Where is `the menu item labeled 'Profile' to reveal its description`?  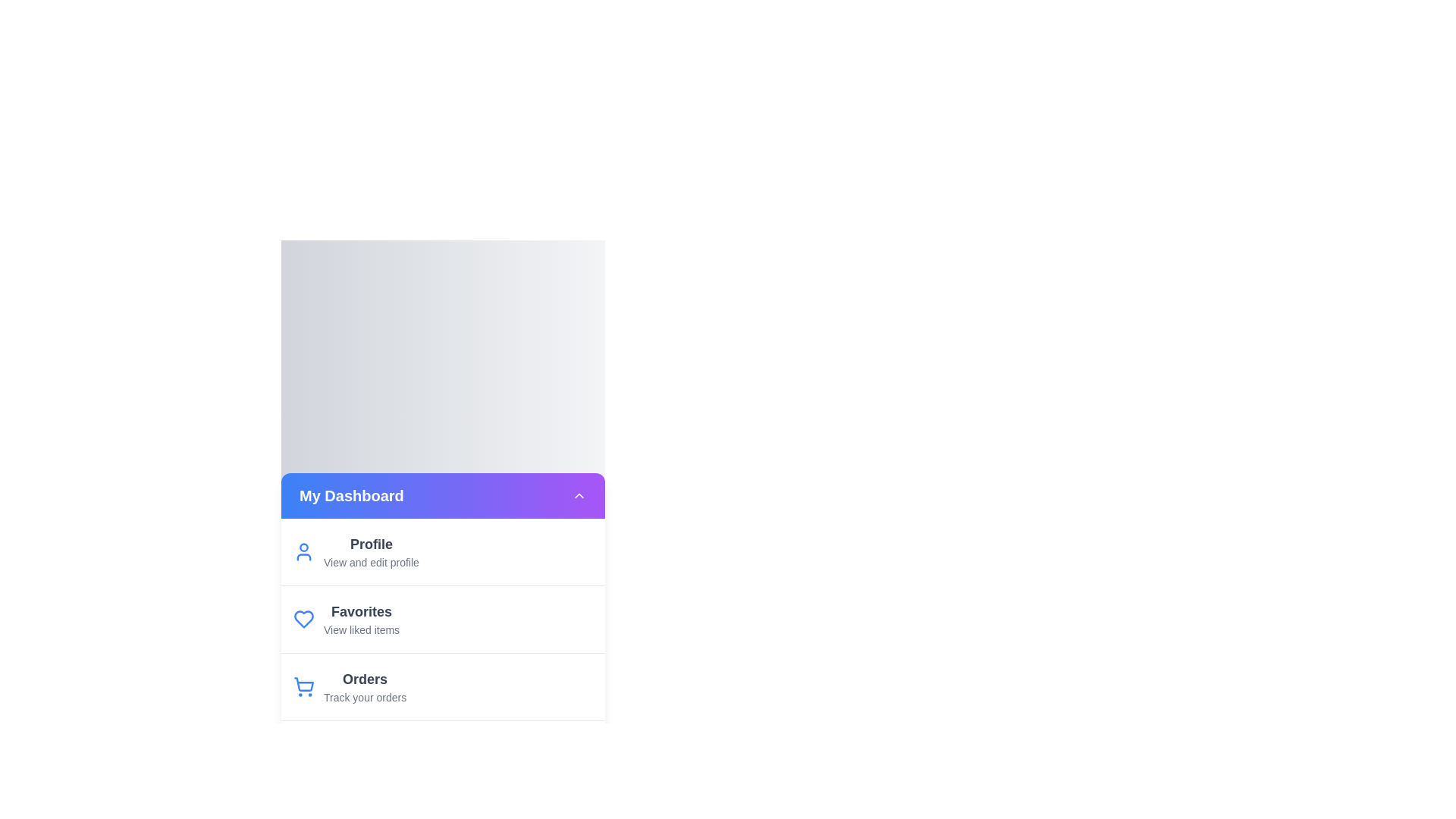 the menu item labeled 'Profile' to reveal its description is located at coordinates (371, 543).